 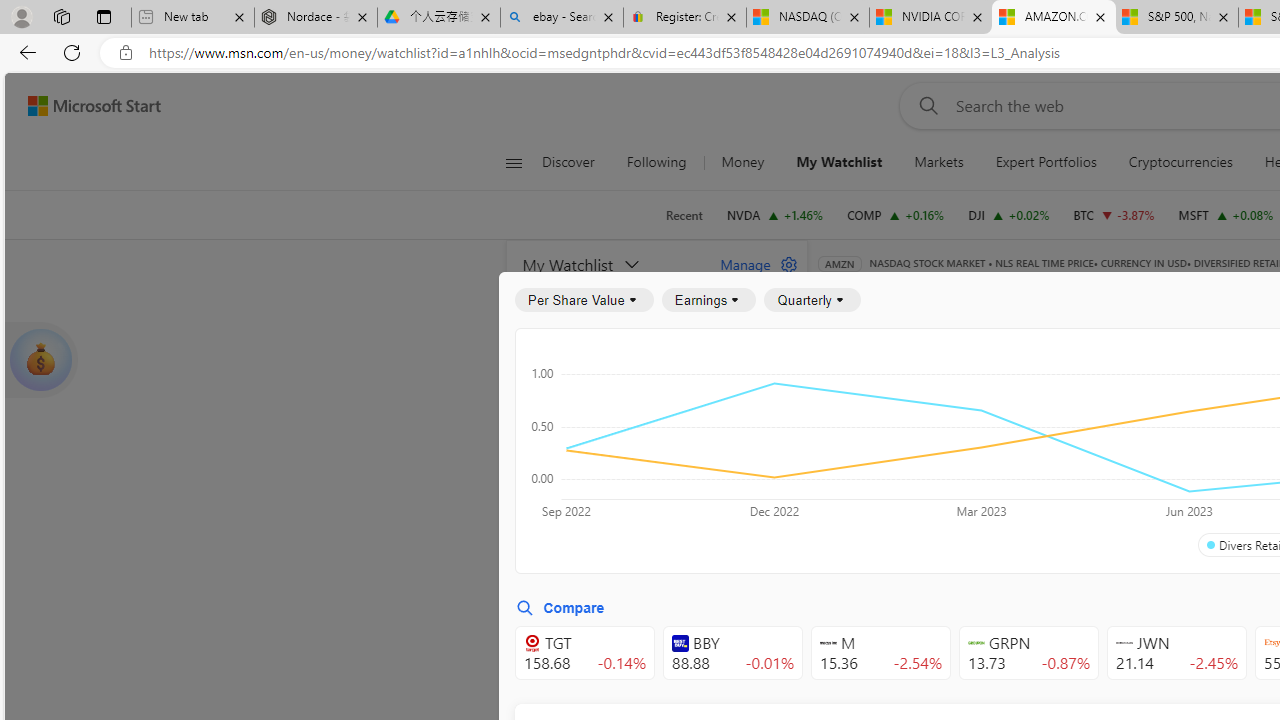 What do you see at coordinates (1180, 162) in the screenshot?
I see `'Cryptocurrencies'` at bounding box center [1180, 162].